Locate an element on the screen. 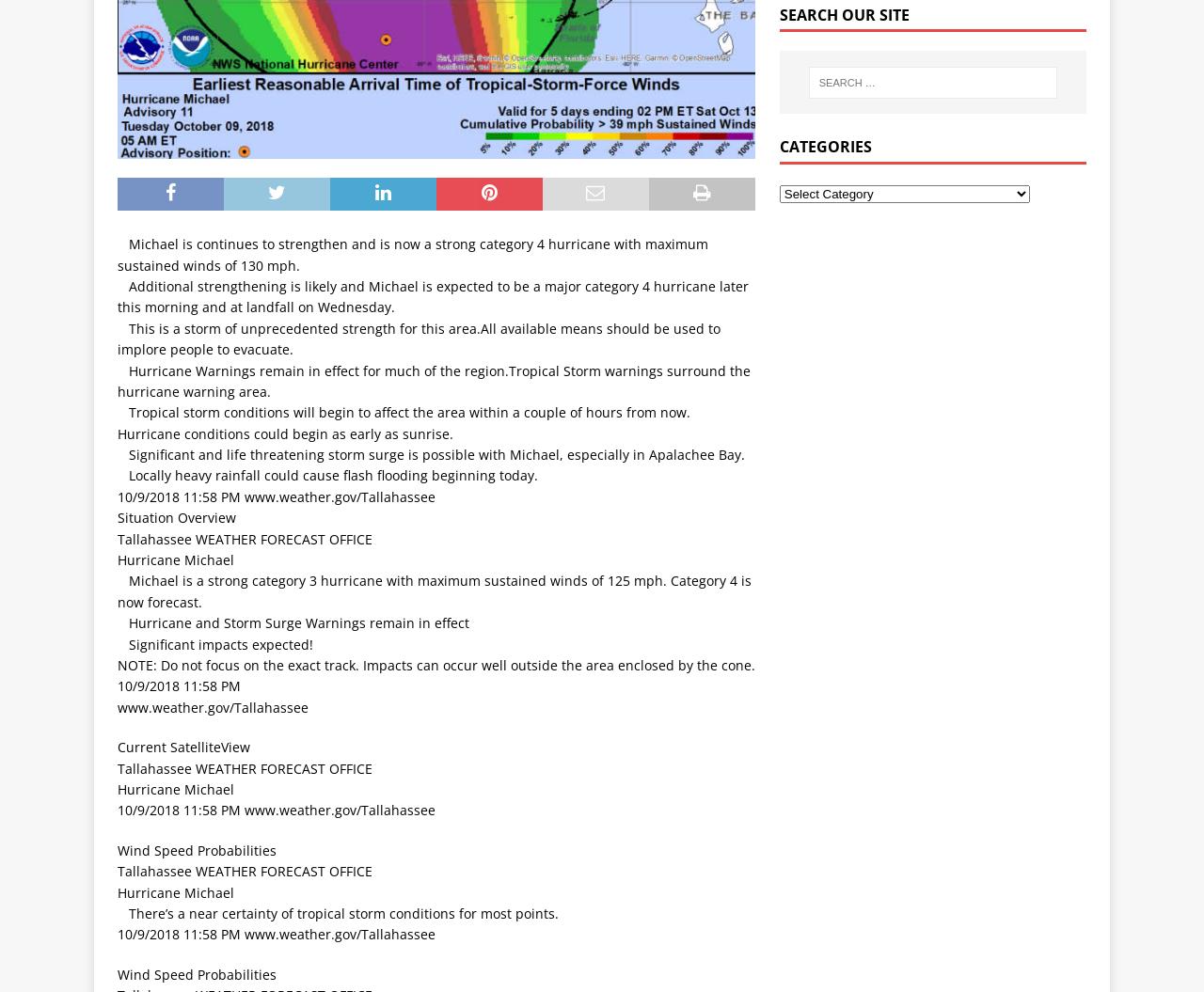  ' Locally heavy rainfall could cause flash flooding beginning today.' is located at coordinates (327, 475).